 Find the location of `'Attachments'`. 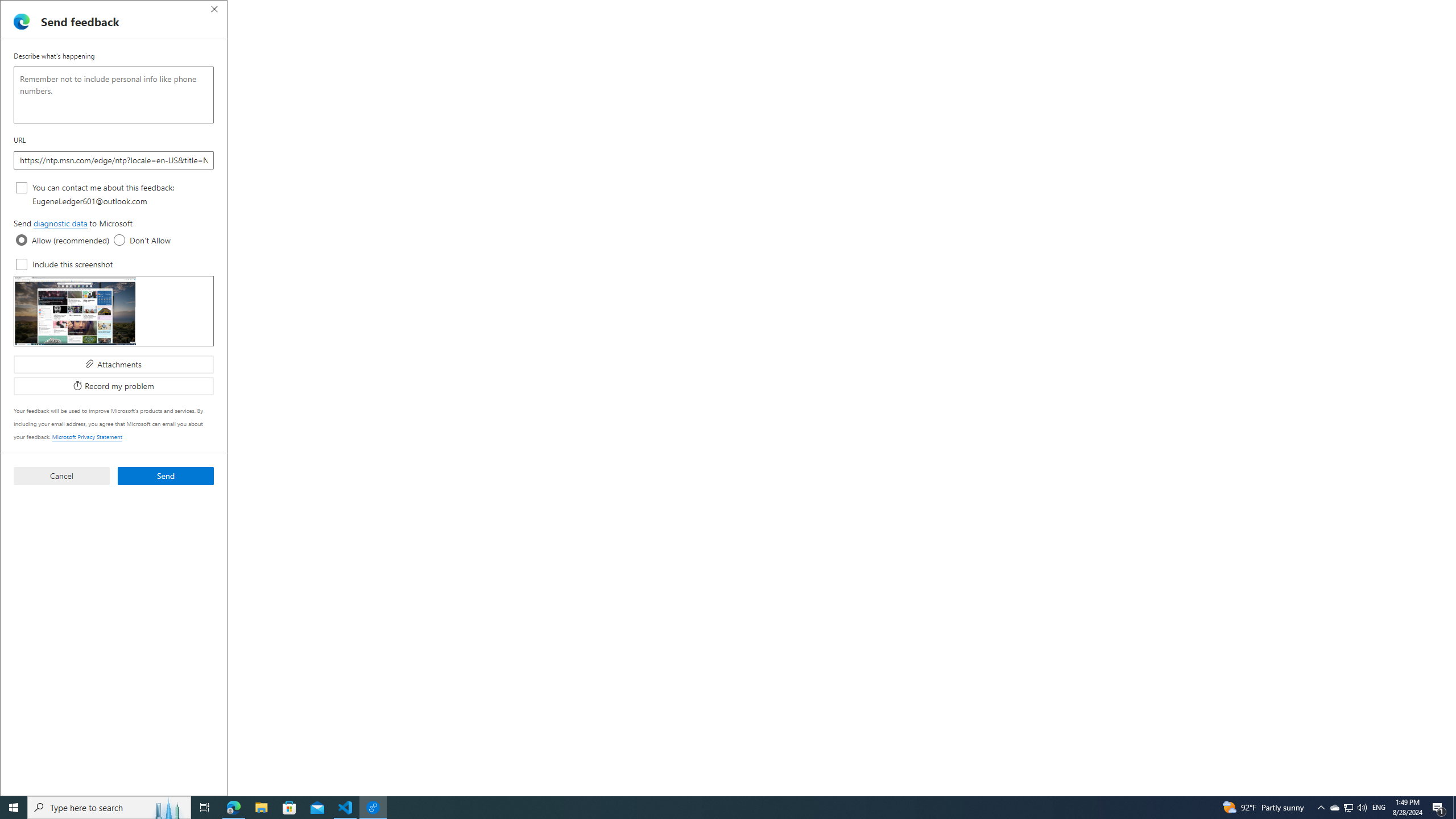

'Attachments' is located at coordinates (113, 363).